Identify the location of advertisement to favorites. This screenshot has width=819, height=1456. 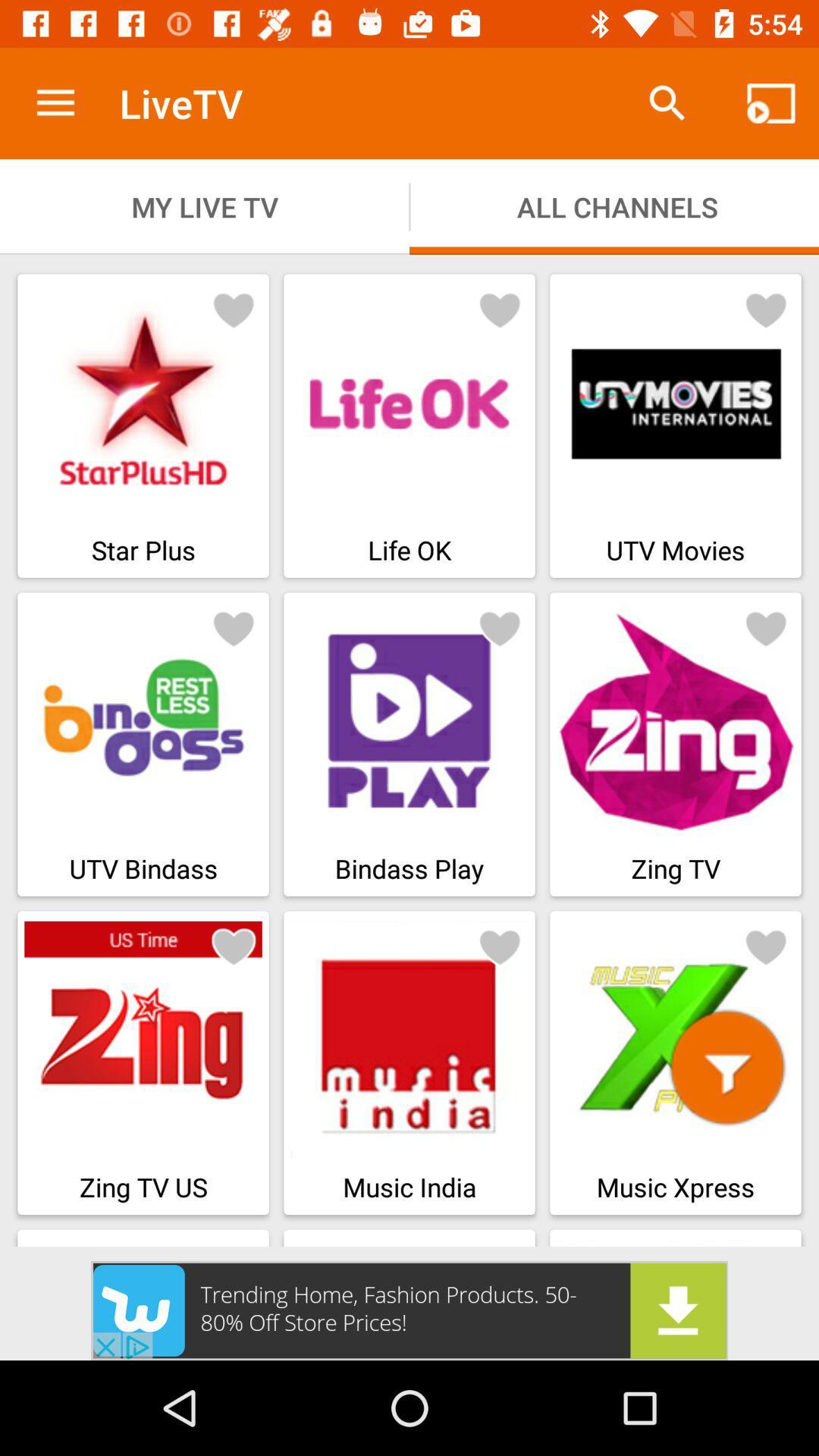
(234, 309).